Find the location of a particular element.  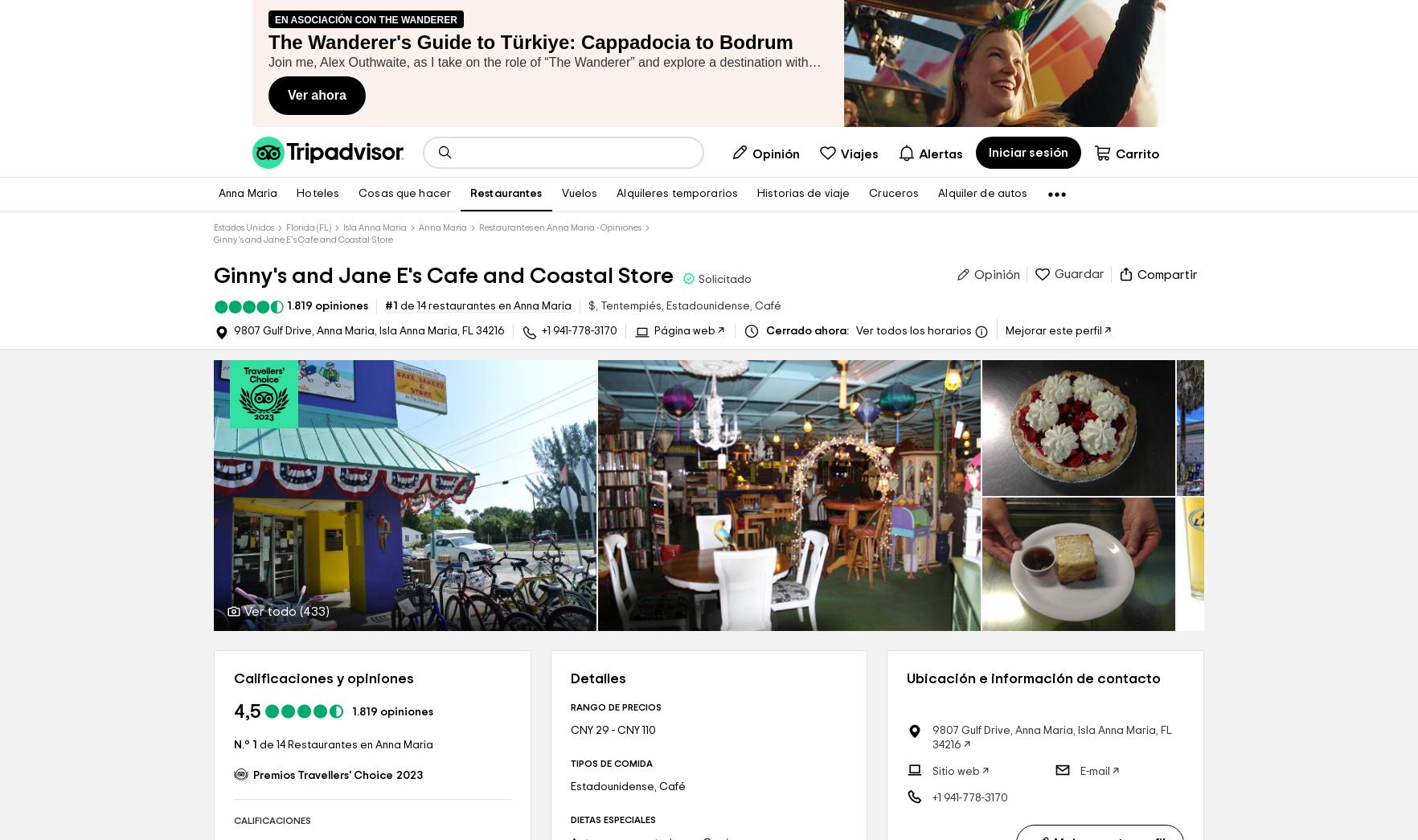

'RANGO DE PRECIOS' is located at coordinates (615, 707).